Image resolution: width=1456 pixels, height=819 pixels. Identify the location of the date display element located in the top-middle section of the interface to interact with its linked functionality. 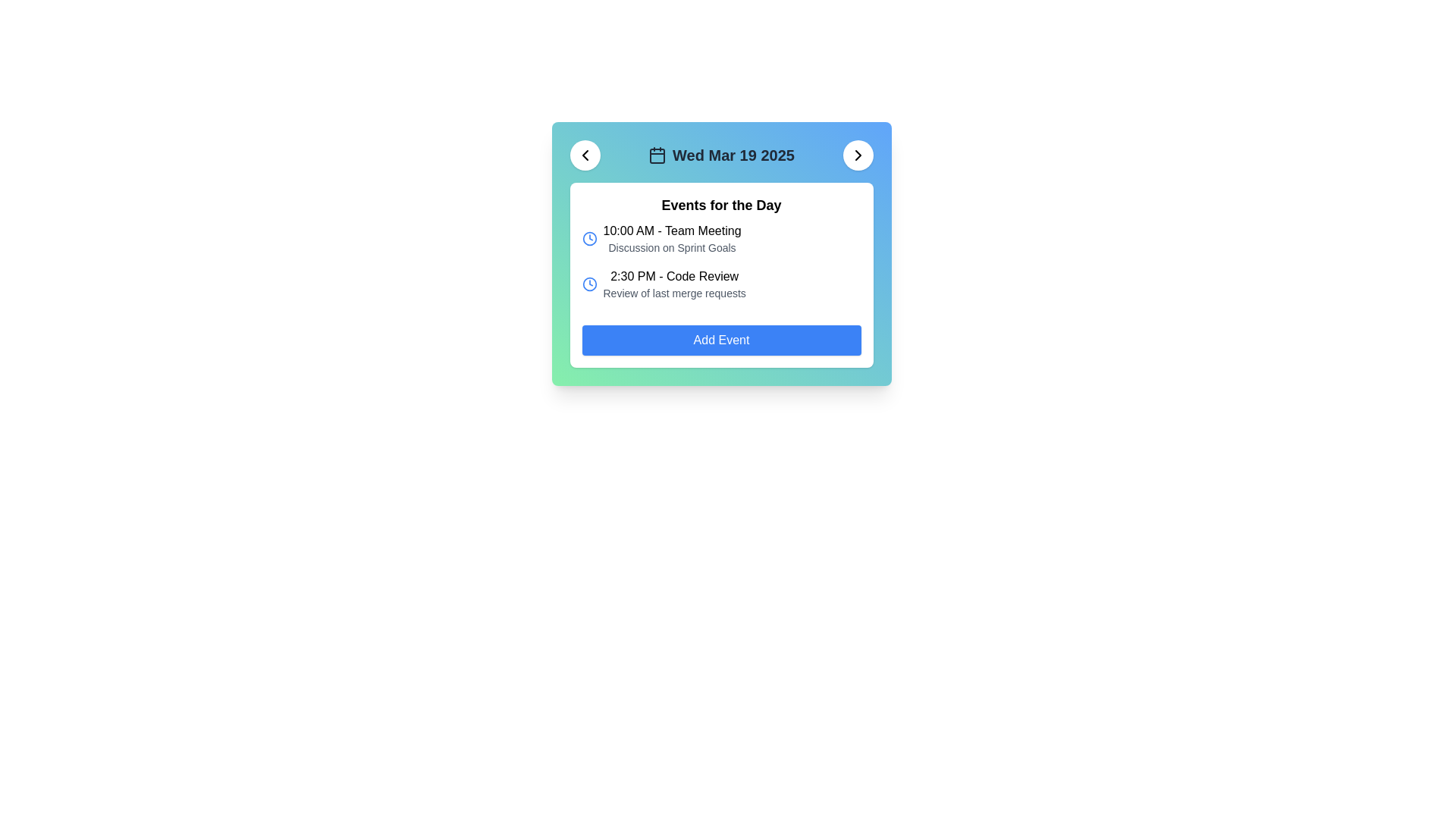
(720, 155).